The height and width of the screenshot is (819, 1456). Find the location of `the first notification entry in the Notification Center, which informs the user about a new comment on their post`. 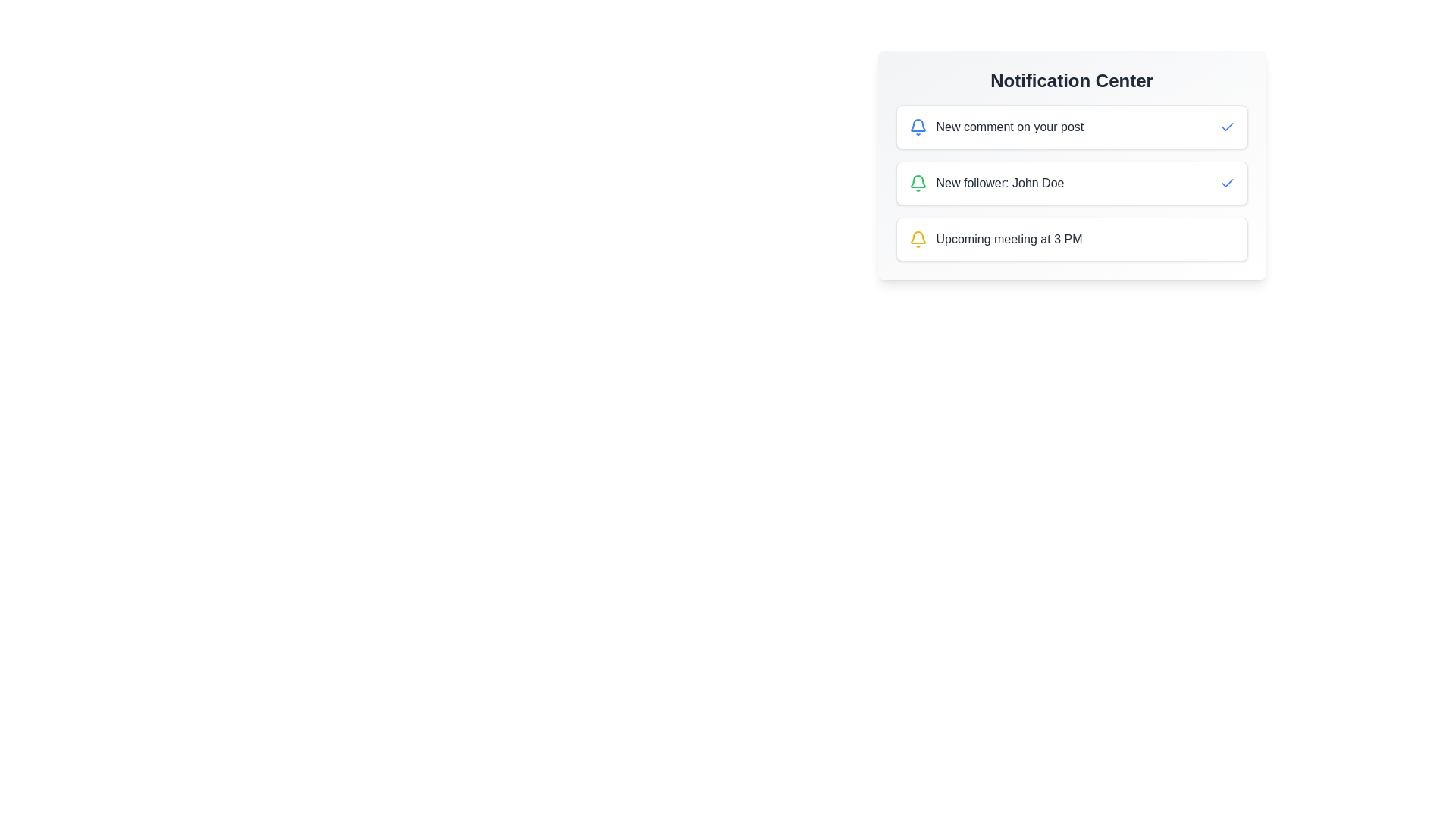

the first notification entry in the Notification Center, which informs the user about a new comment on their post is located at coordinates (996, 127).